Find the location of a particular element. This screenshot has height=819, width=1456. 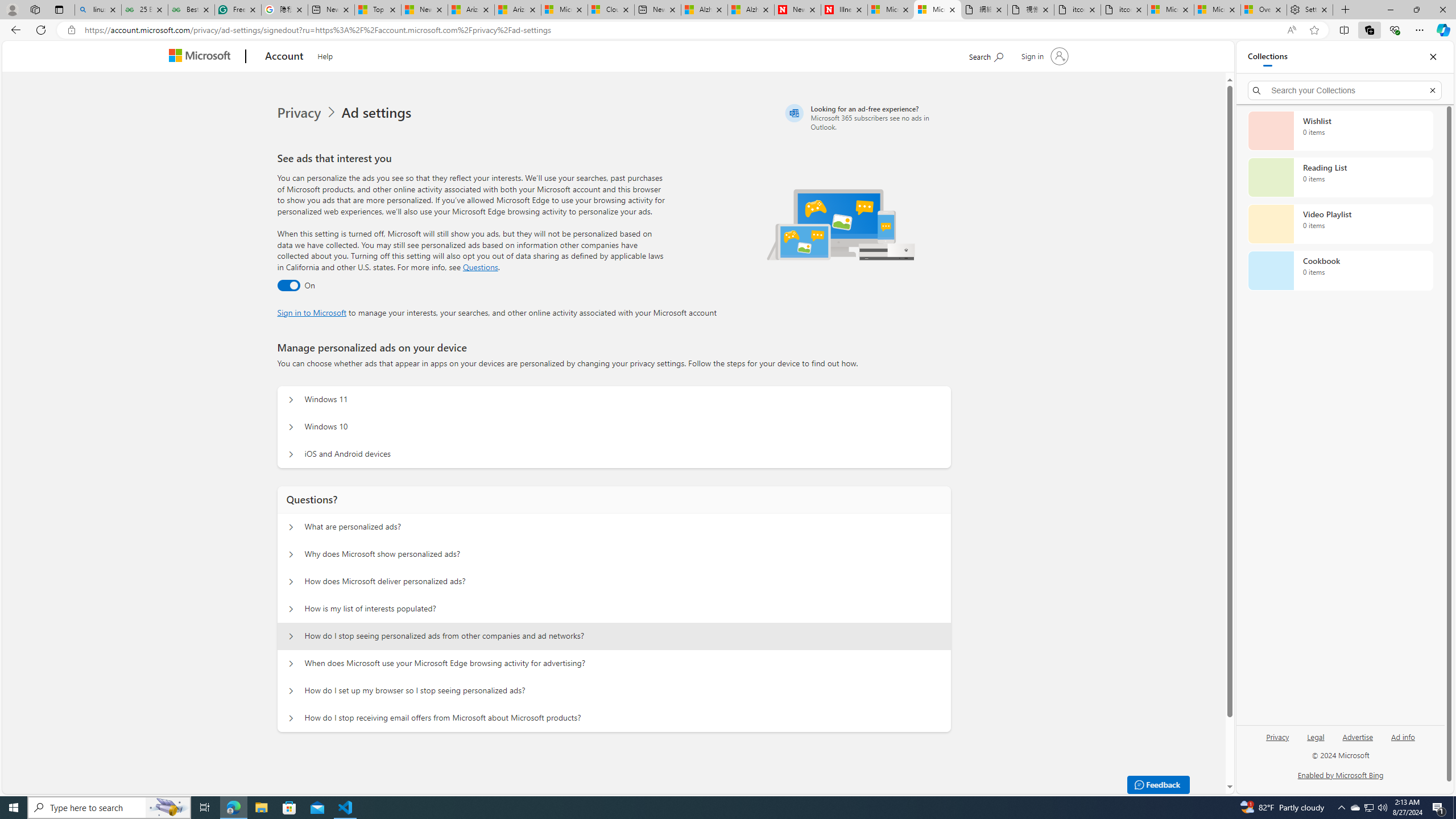

'Manage personalized ads on your device Windows 11' is located at coordinates (289, 399).